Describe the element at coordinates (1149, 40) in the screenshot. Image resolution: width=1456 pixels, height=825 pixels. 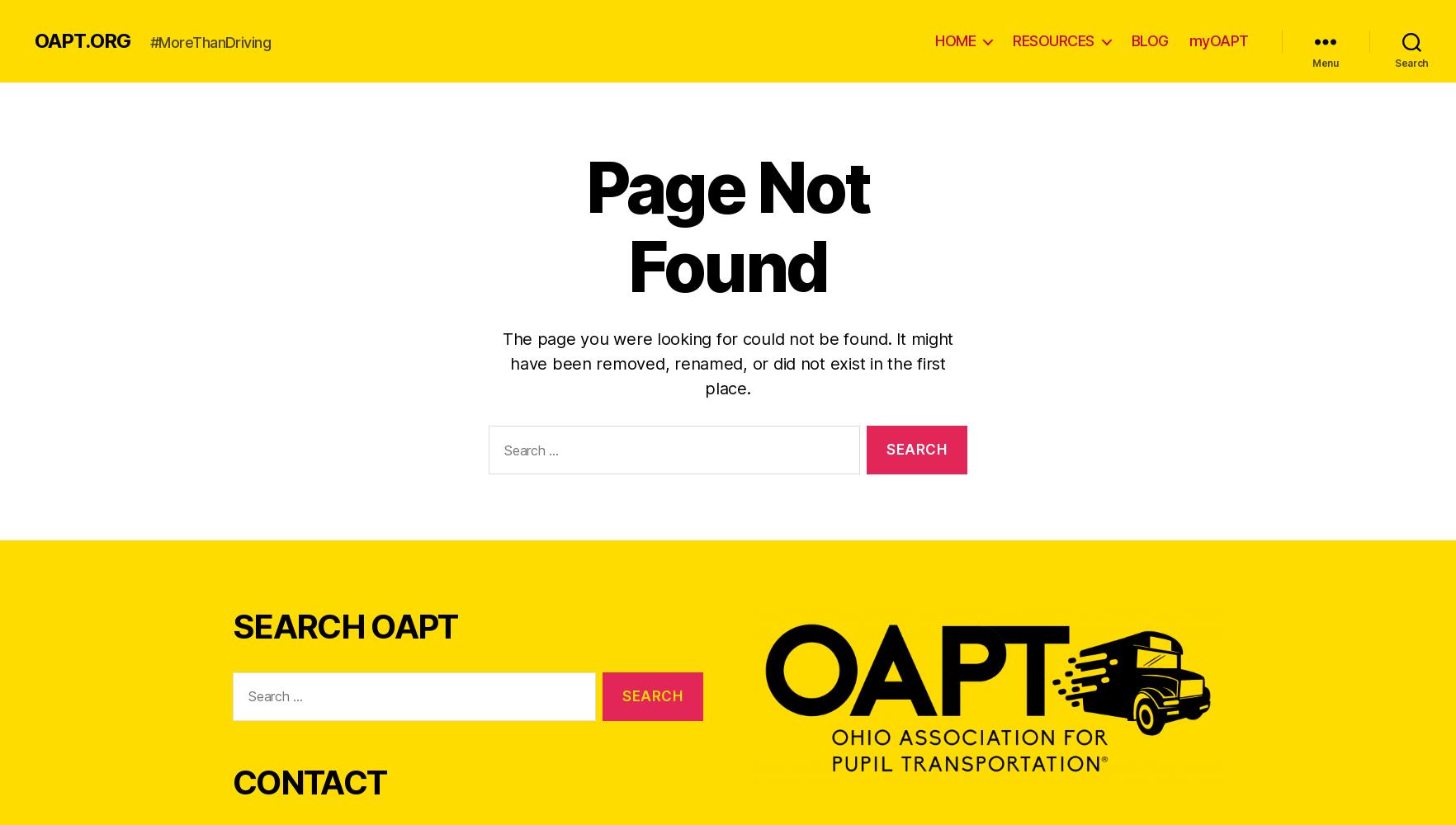
I see `'BLOG'` at that location.